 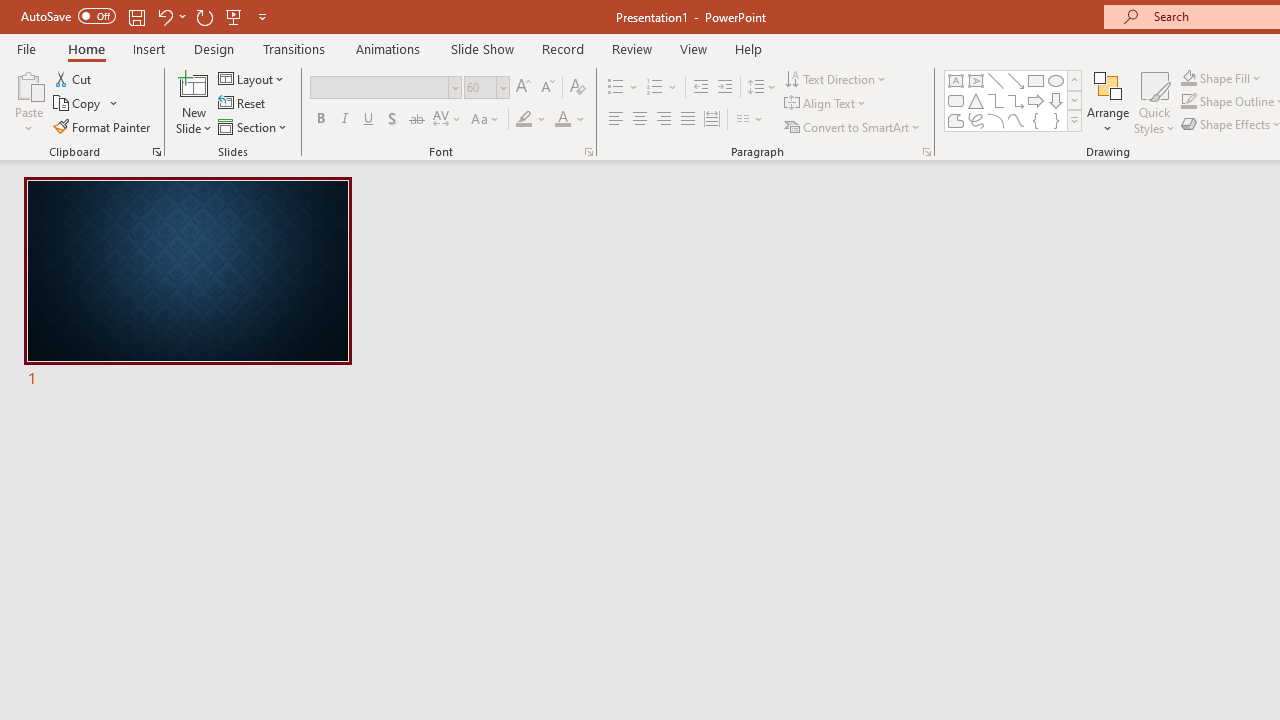 I want to click on 'Office Clipboard...', so click(x=155, y=150).